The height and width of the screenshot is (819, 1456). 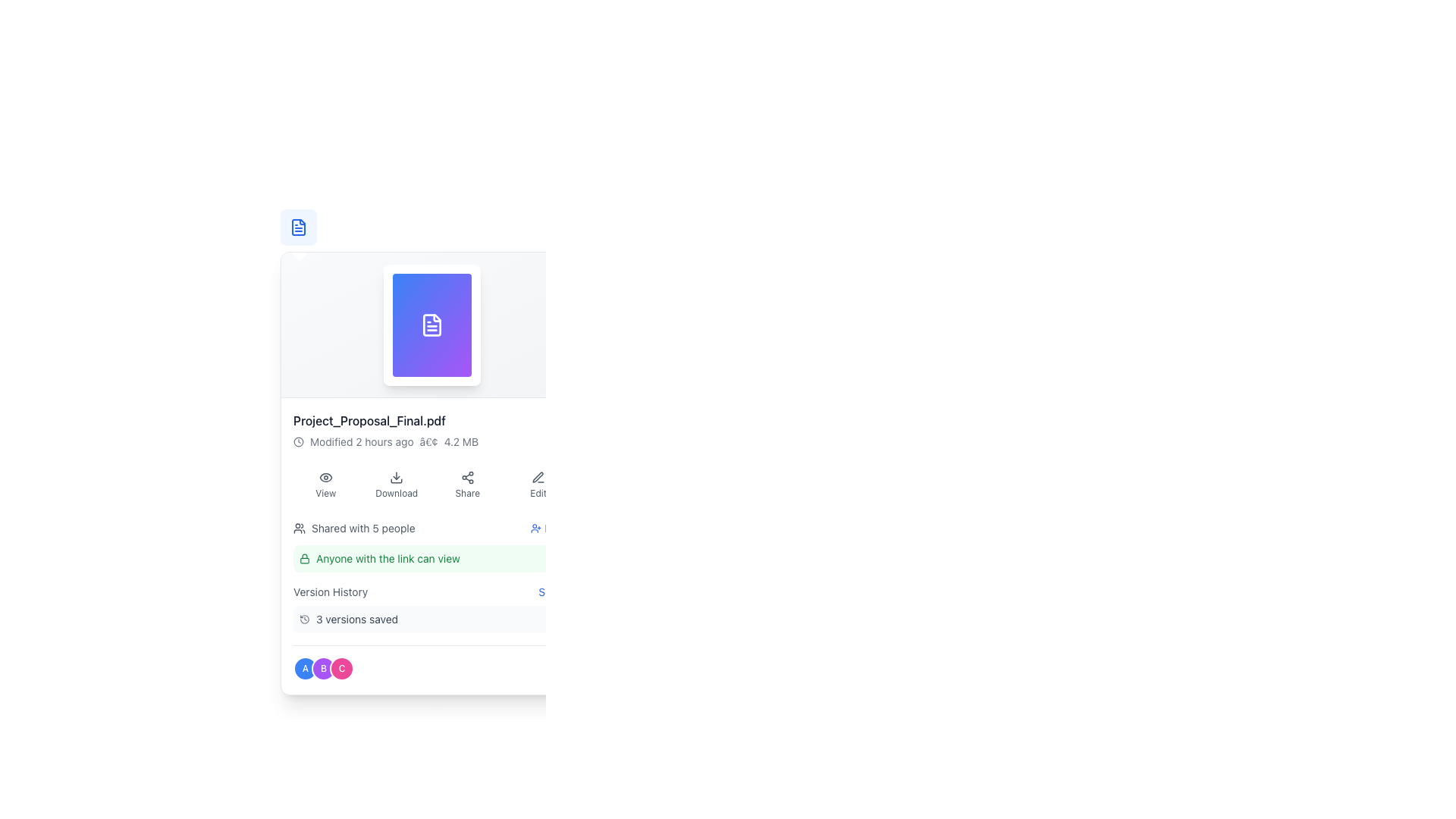 I want to click on the third circular badge labeled 'C', so click(x=341, y=668).